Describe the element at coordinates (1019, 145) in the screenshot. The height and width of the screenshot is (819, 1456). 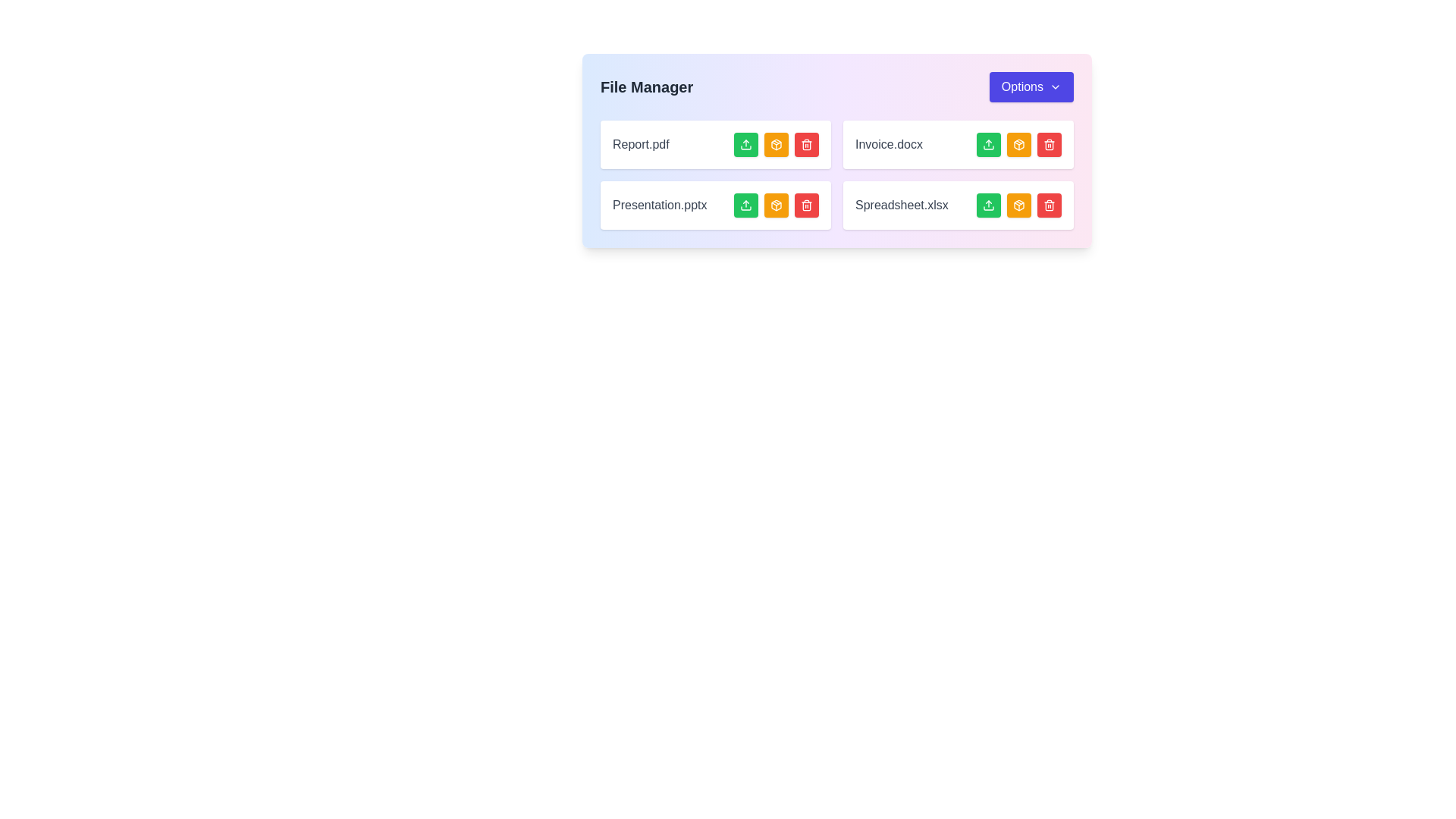
I see `the download icon associated with the 'Invoice.docx' file located in the file manager section, specifically the second action from the right` at that location.